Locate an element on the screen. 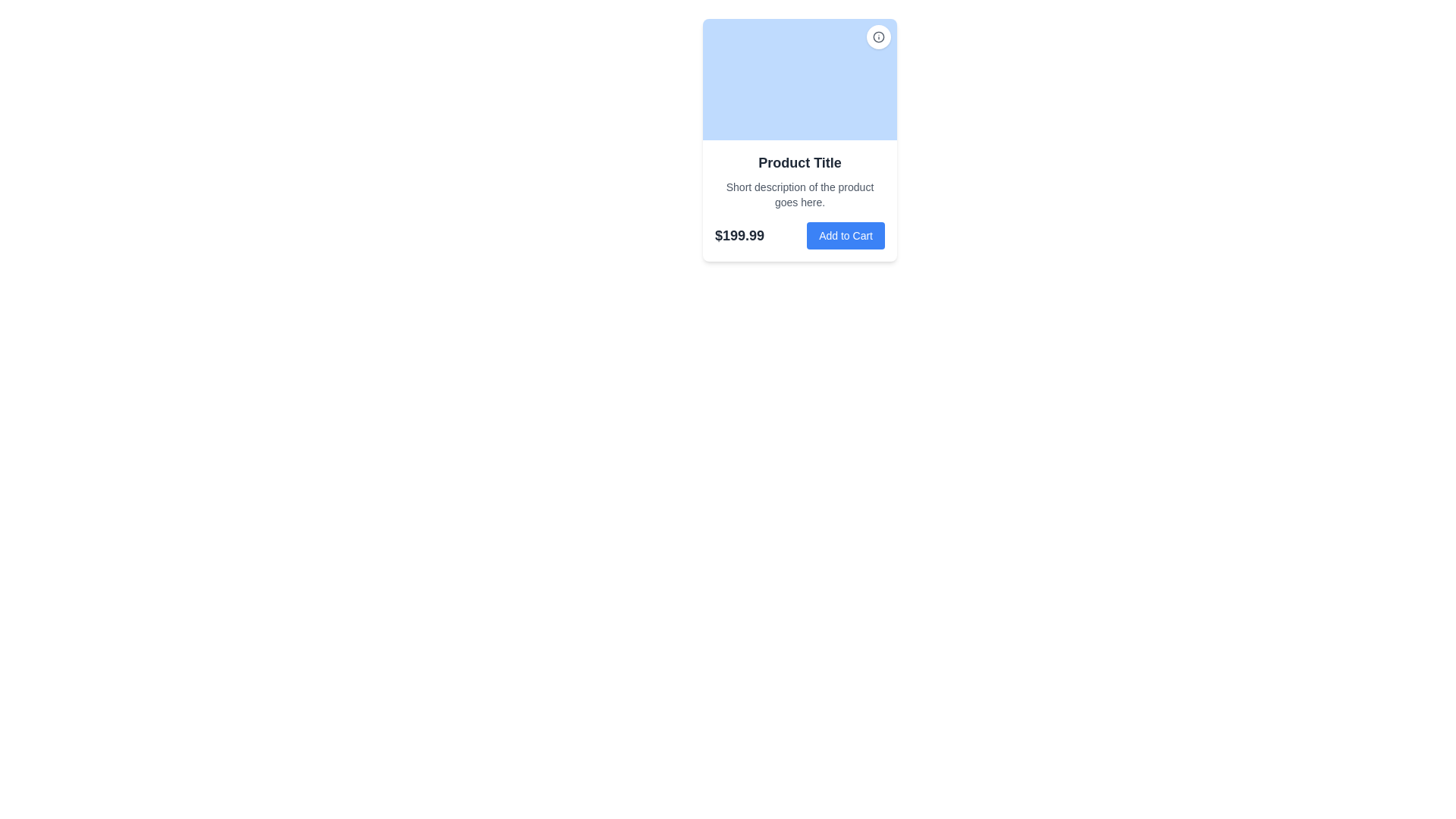  the text label that reads 'Short description of the product goes here.' which is rendered in a small gray font and is located below the 'Product Title' within the product card is located at coordinates (799, 194).